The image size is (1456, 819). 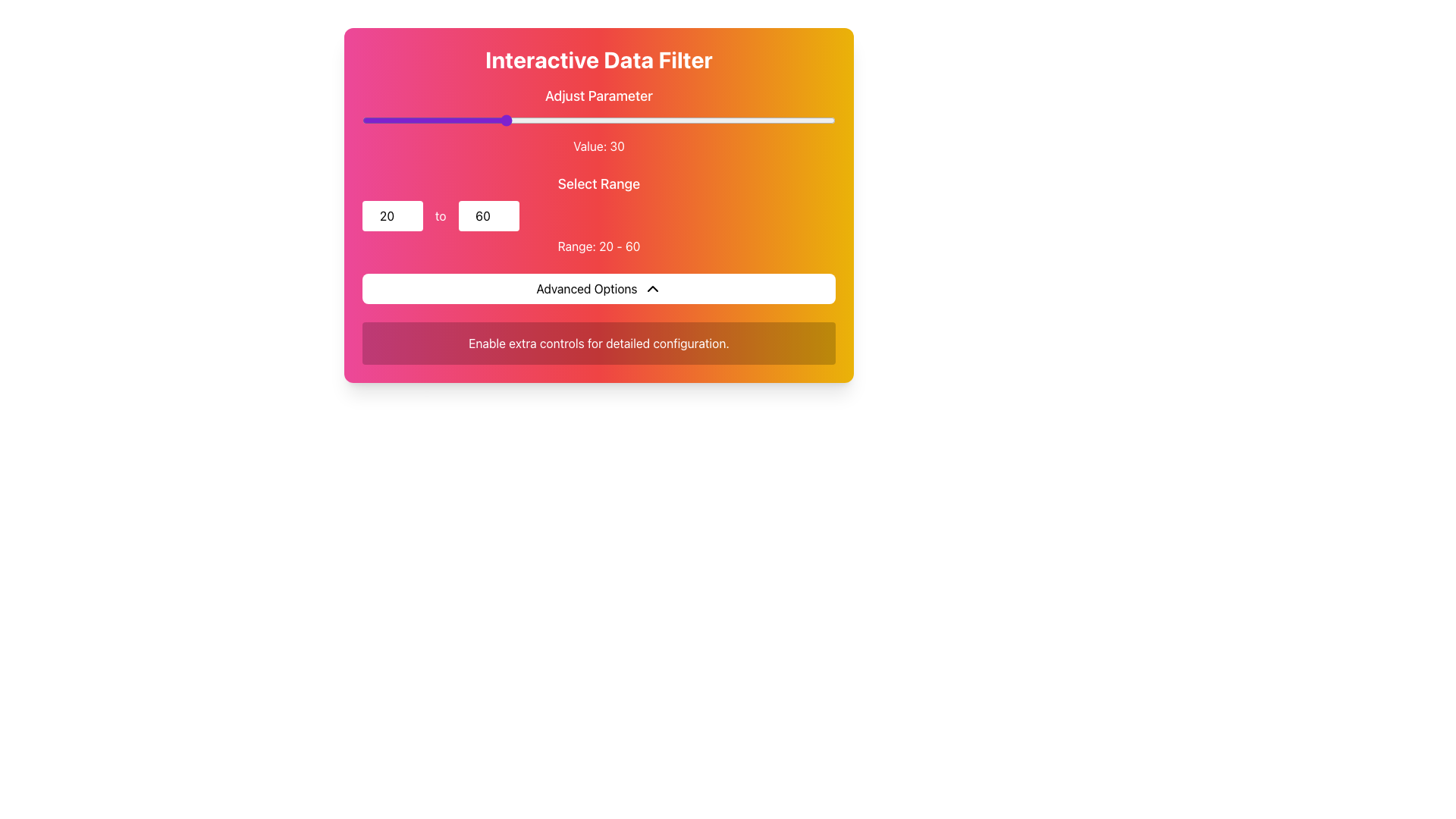 I want to click on the parameter, so click(x=692, y=119).